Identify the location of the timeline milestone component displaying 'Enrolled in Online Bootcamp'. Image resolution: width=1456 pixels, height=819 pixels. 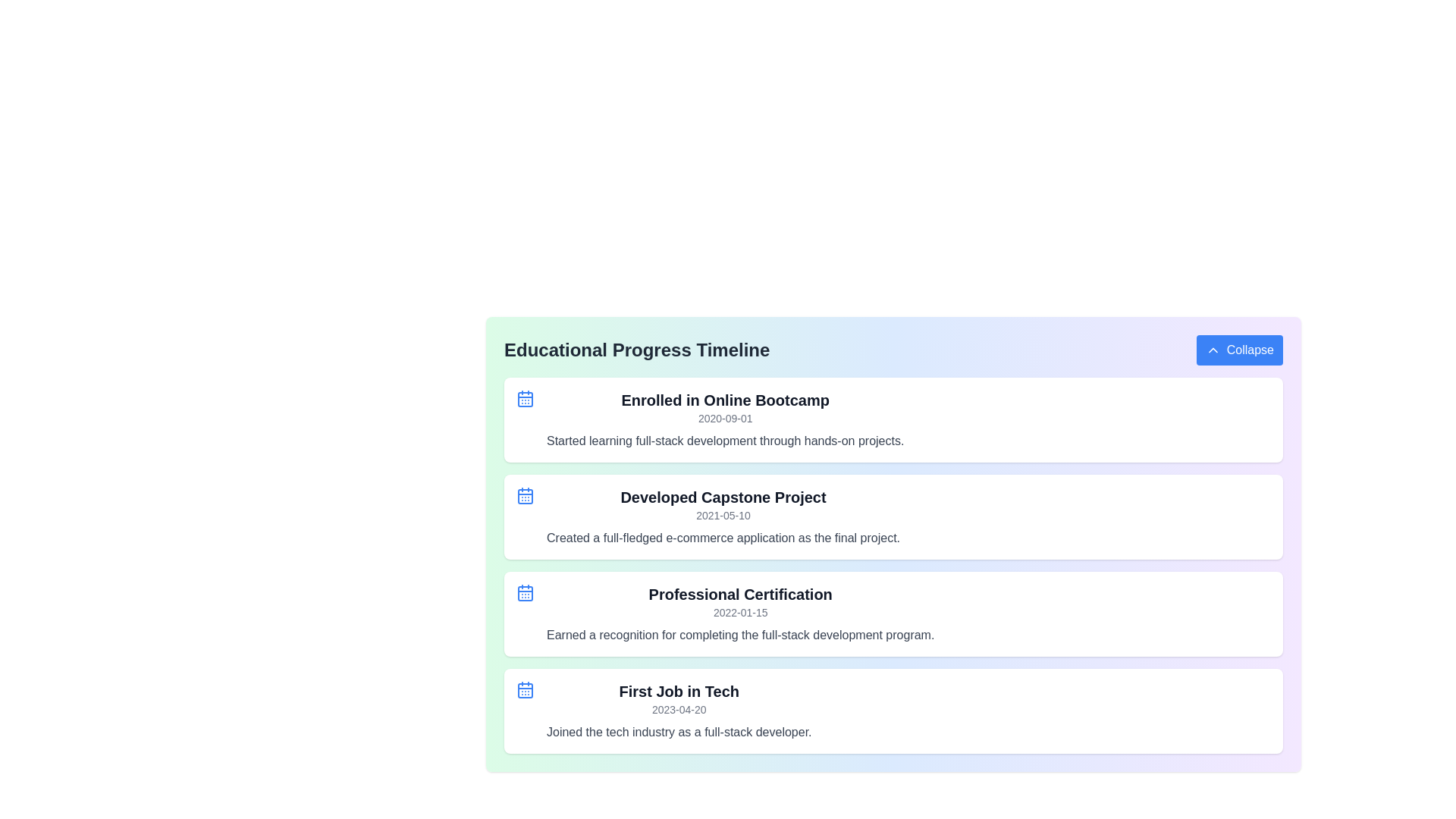
(893, 420).